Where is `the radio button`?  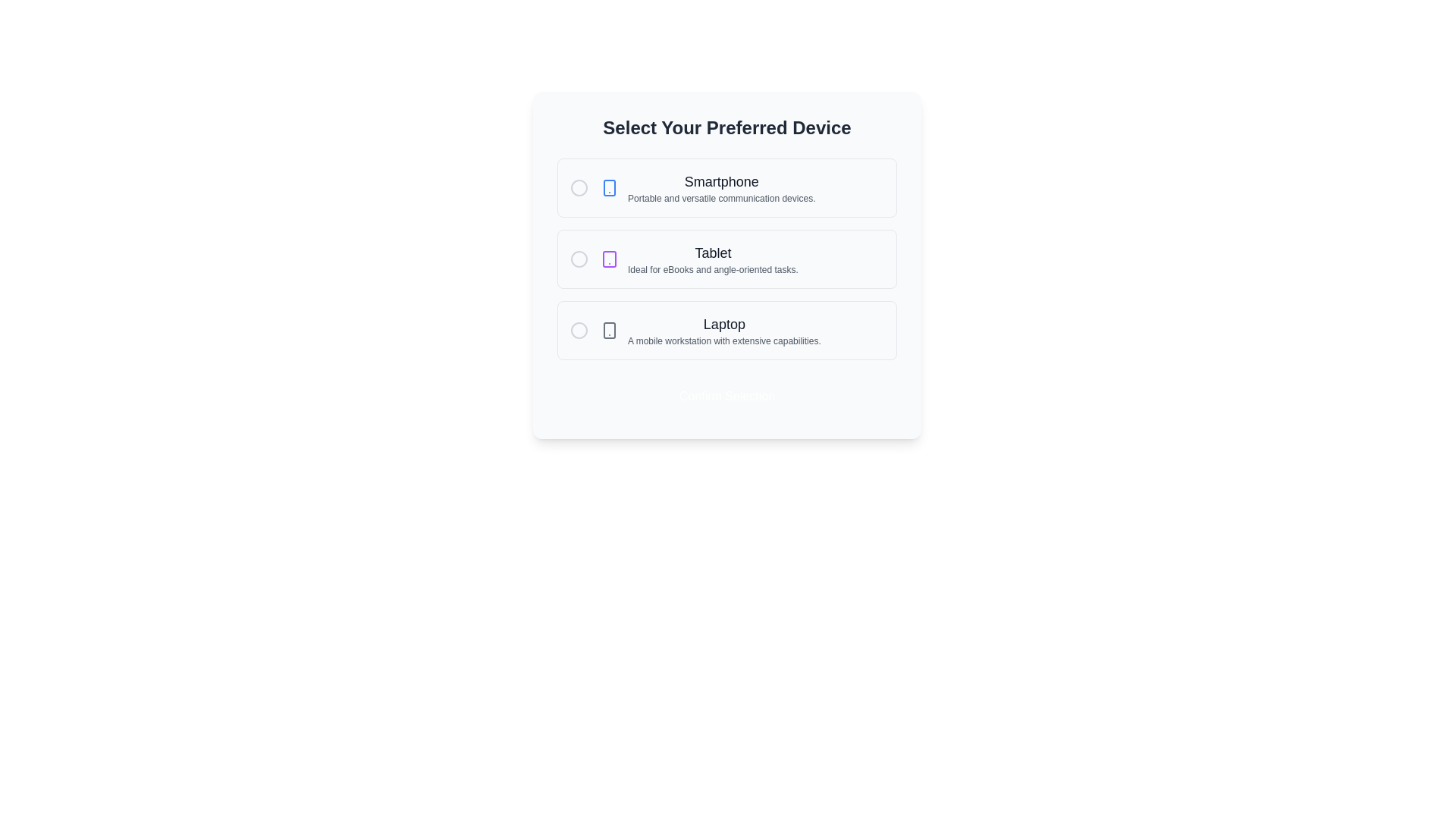
the radio button is located at coordinates (578, 187).